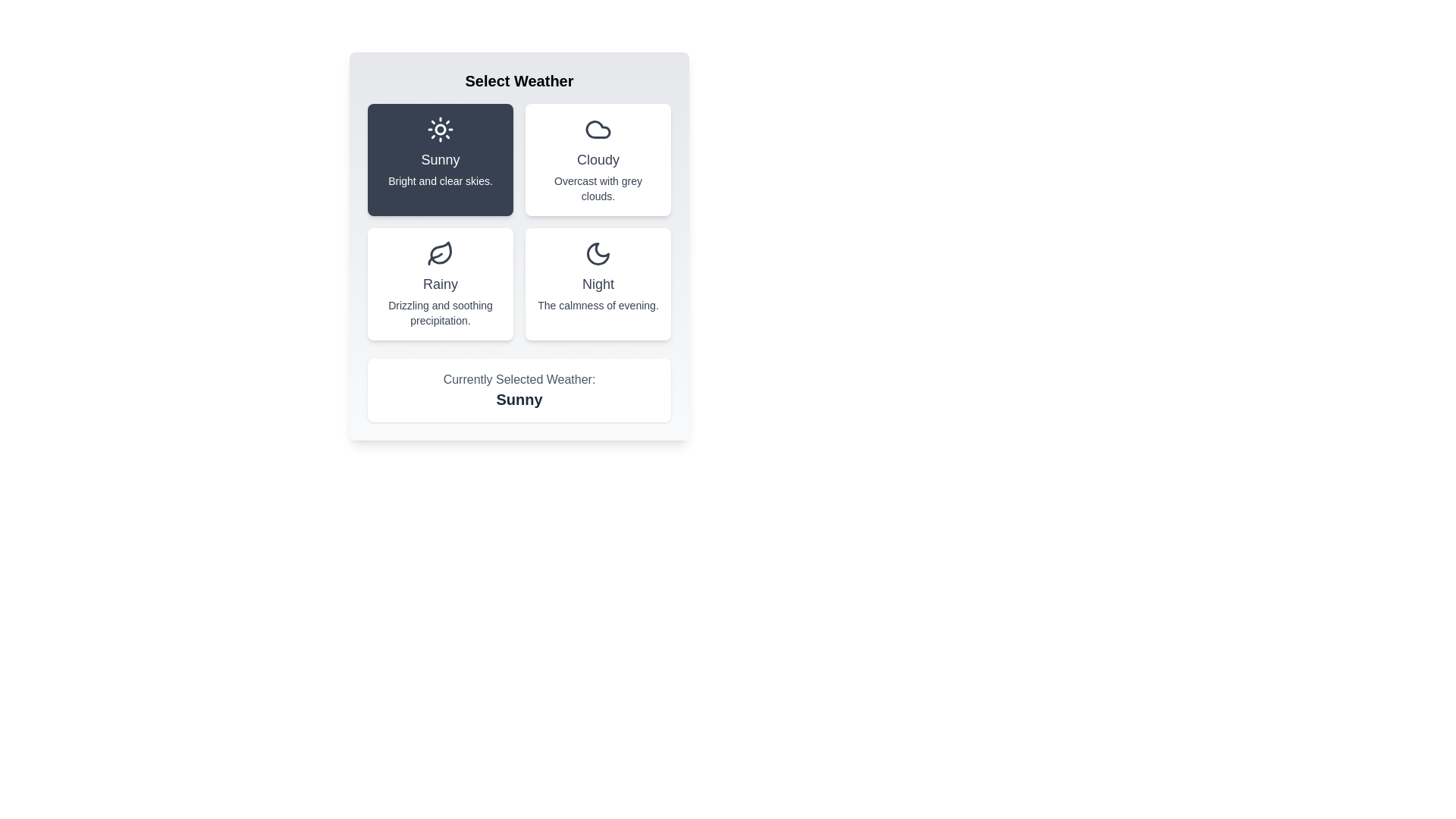  I want to click on the weather button Night to observe its hover effect, so click(597, 284).